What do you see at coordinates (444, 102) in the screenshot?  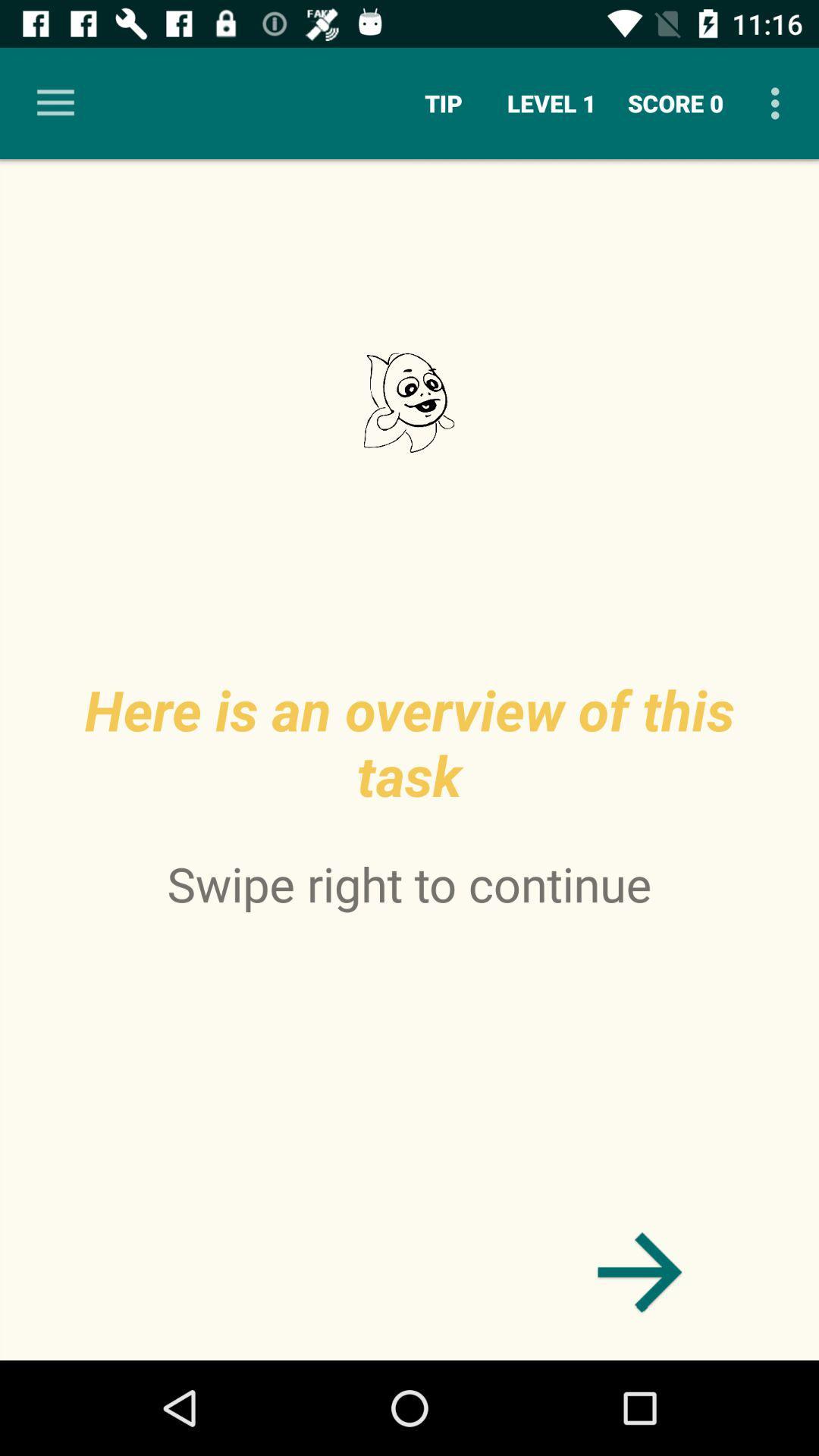 I see `tip item` at bounding box center [444, 102].